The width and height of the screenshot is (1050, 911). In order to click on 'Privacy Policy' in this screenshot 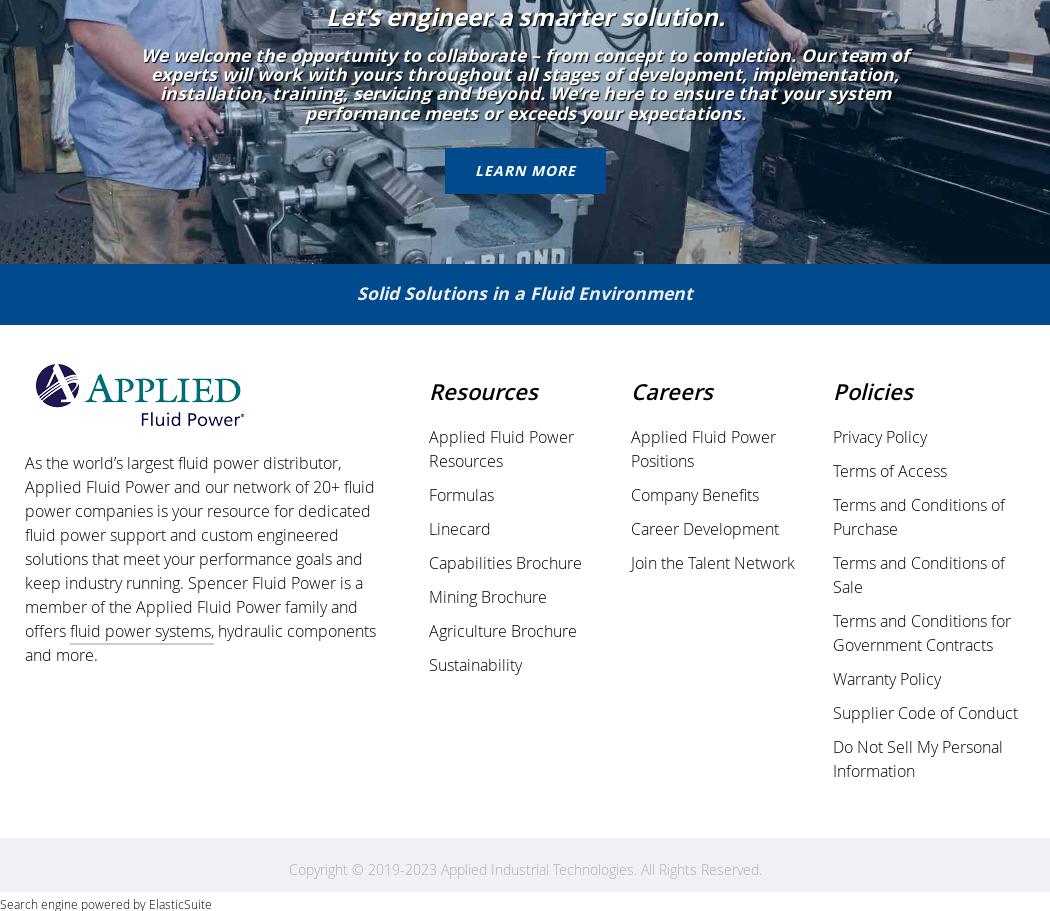, I will do `click(879, 436)`.